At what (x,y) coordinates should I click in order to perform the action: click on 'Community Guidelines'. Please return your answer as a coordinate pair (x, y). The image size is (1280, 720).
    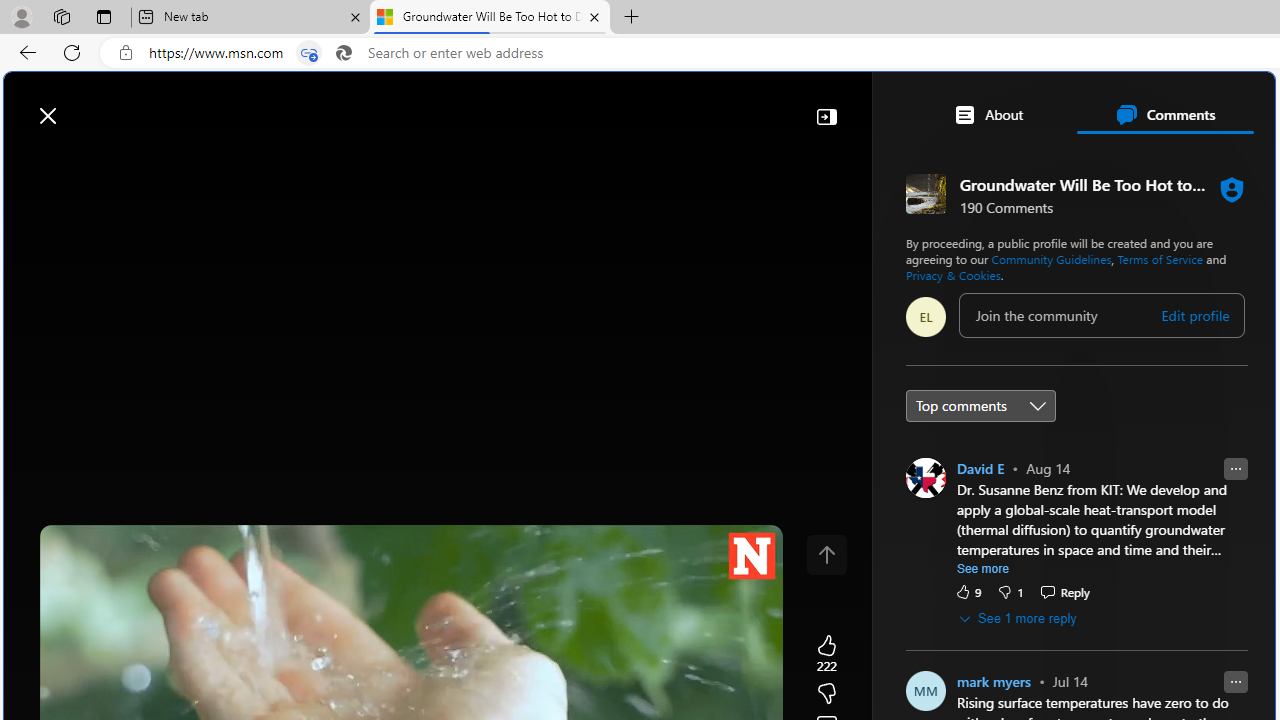
    Looking at the image, I should click on (1050, 257).